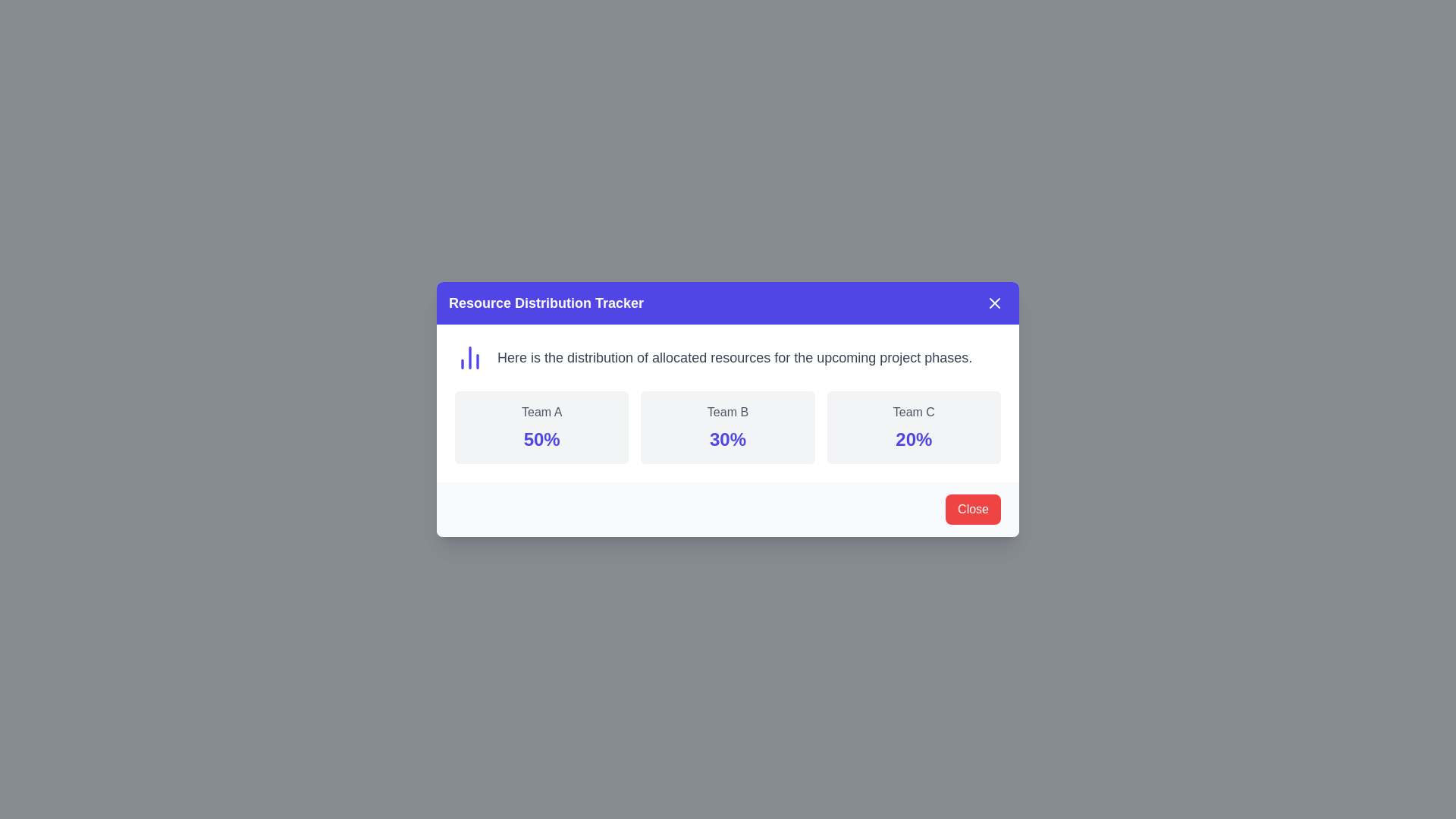  What do you see at coordinates (913, 412) in the screenshot?
I see `the Text Label displaying 'Team C', which serves as a title in a light-gray rounded rectangle grouping, positioned above '20%'` at bounding box center [913, 412].